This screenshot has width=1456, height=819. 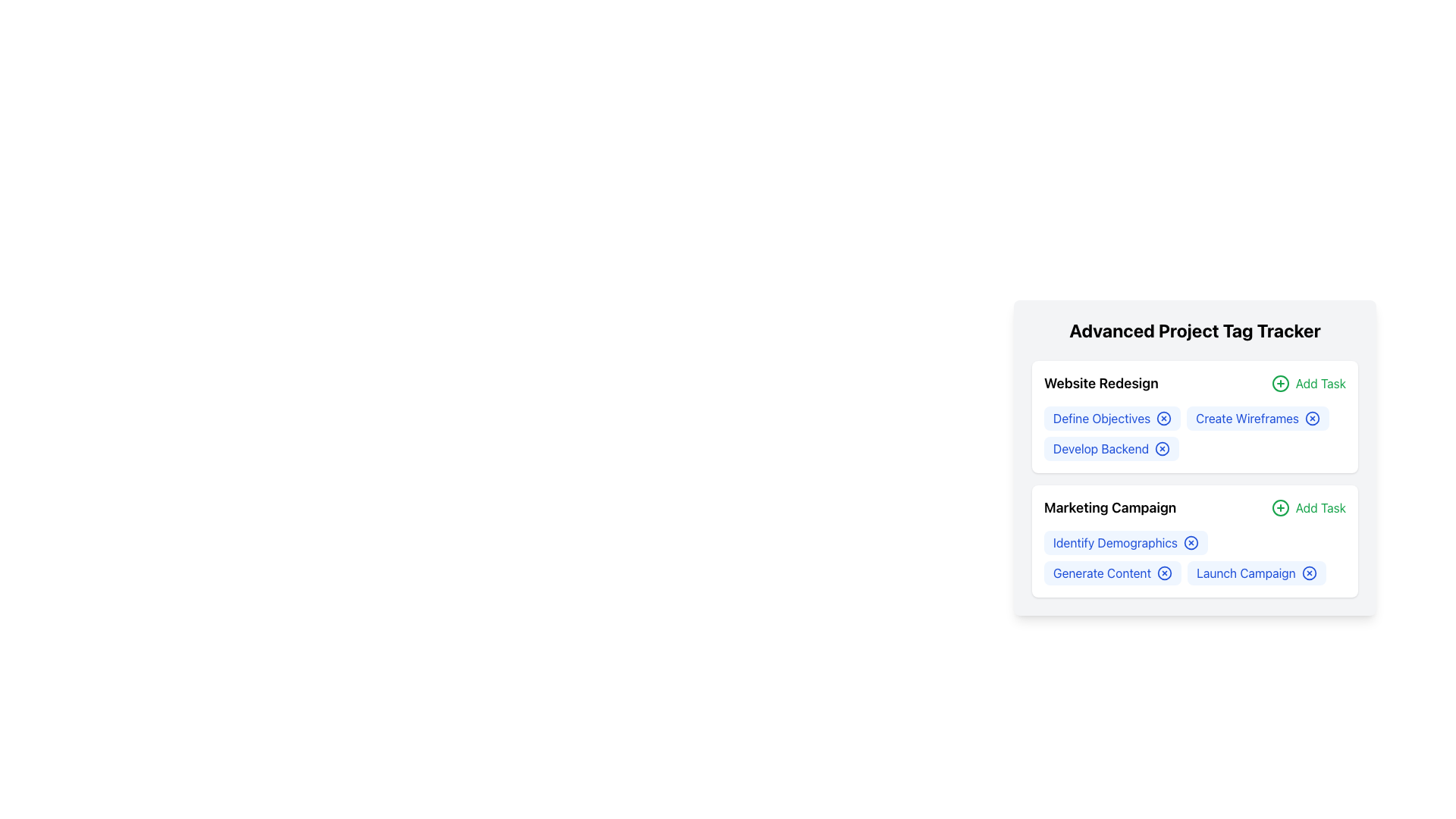 What do you see at coordinates (1194, 540) in the screenshot?
I see `the action labels within the 'Marketing Campaign' section to interact with tasks such as 'Identify Demographics', 'Generate Content', and 'Launch Campaign'` at bounding box center [1194, 540].